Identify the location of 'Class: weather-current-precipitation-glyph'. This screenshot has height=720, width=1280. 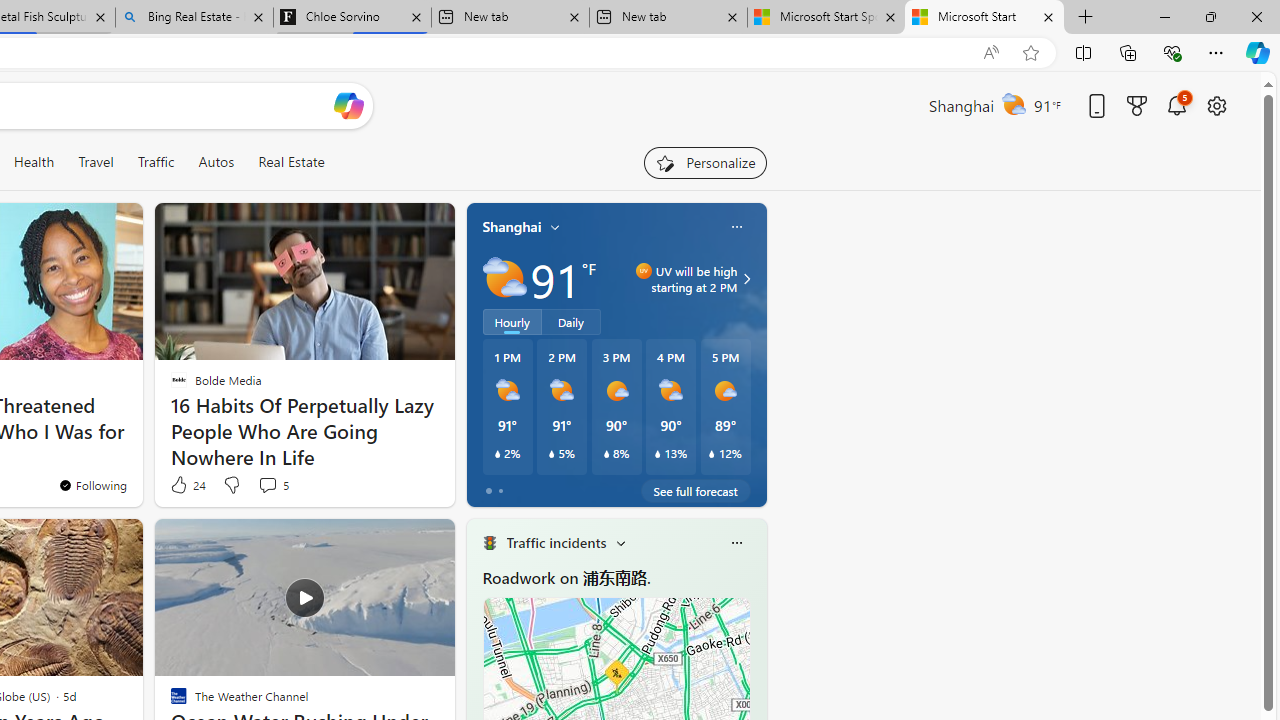
(712, 453).